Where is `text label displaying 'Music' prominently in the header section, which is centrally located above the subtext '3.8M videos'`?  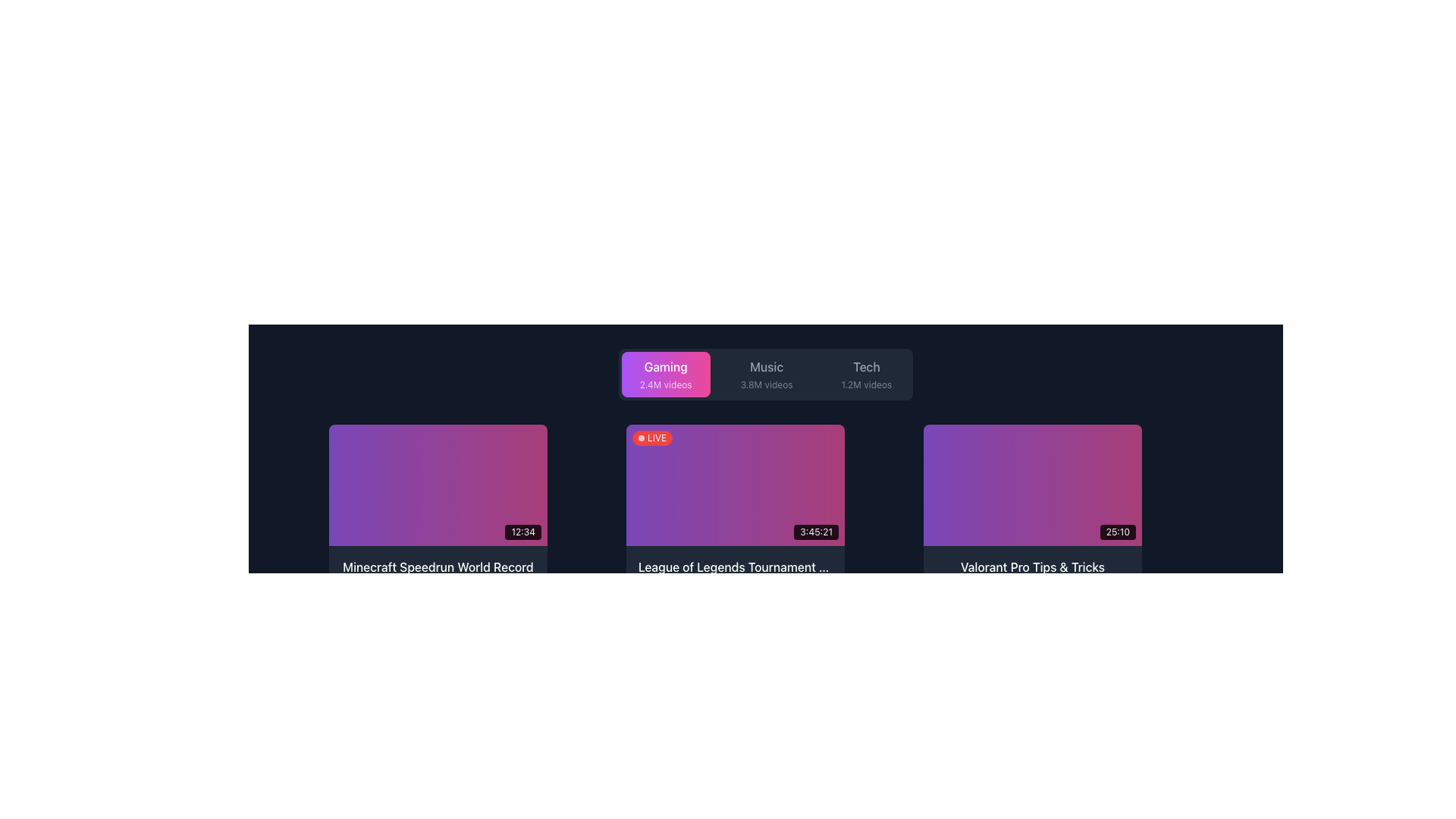 text label displaying 'Music' prominently in the header section, which is centrally located above the subtext '3.8M videos' is located at coordinates (767, 366).